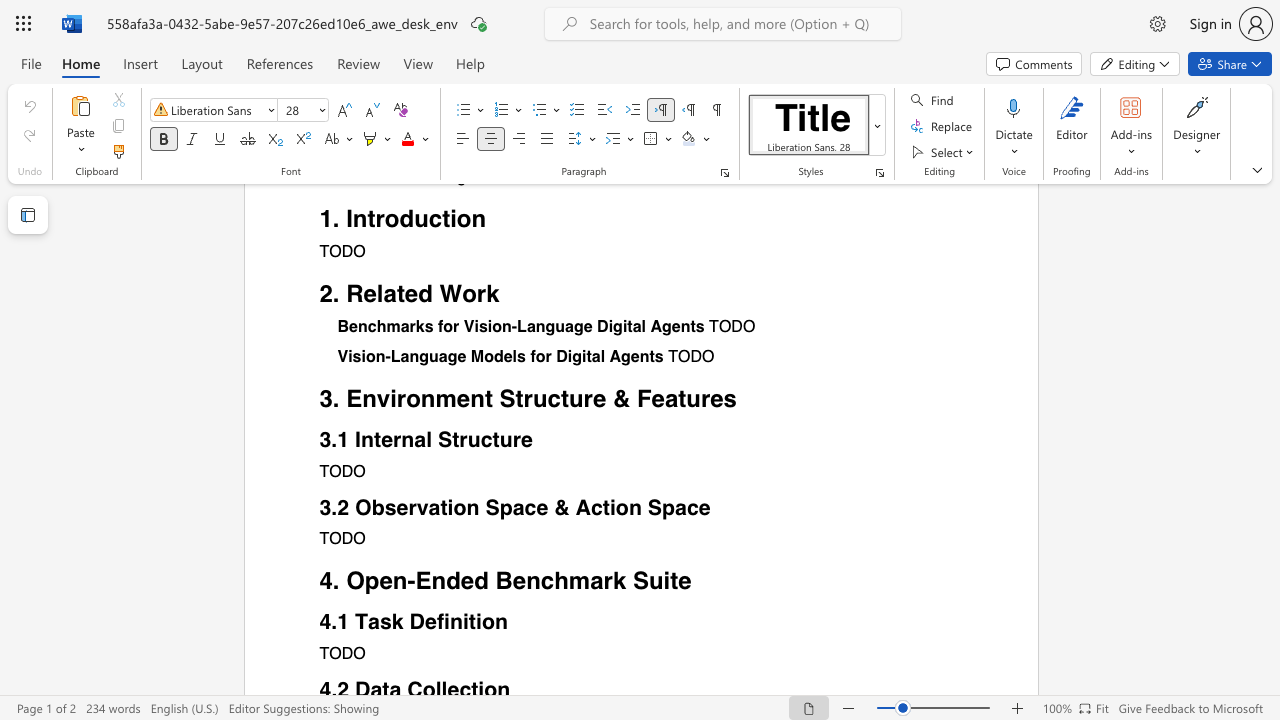 The image size is (1280, 720). What do you see at coordinates (360, 438) in the screenshot?
I see `the subset text "nterna" within the text "3.1 Internal Structure"` at bounding box center [360, 438].